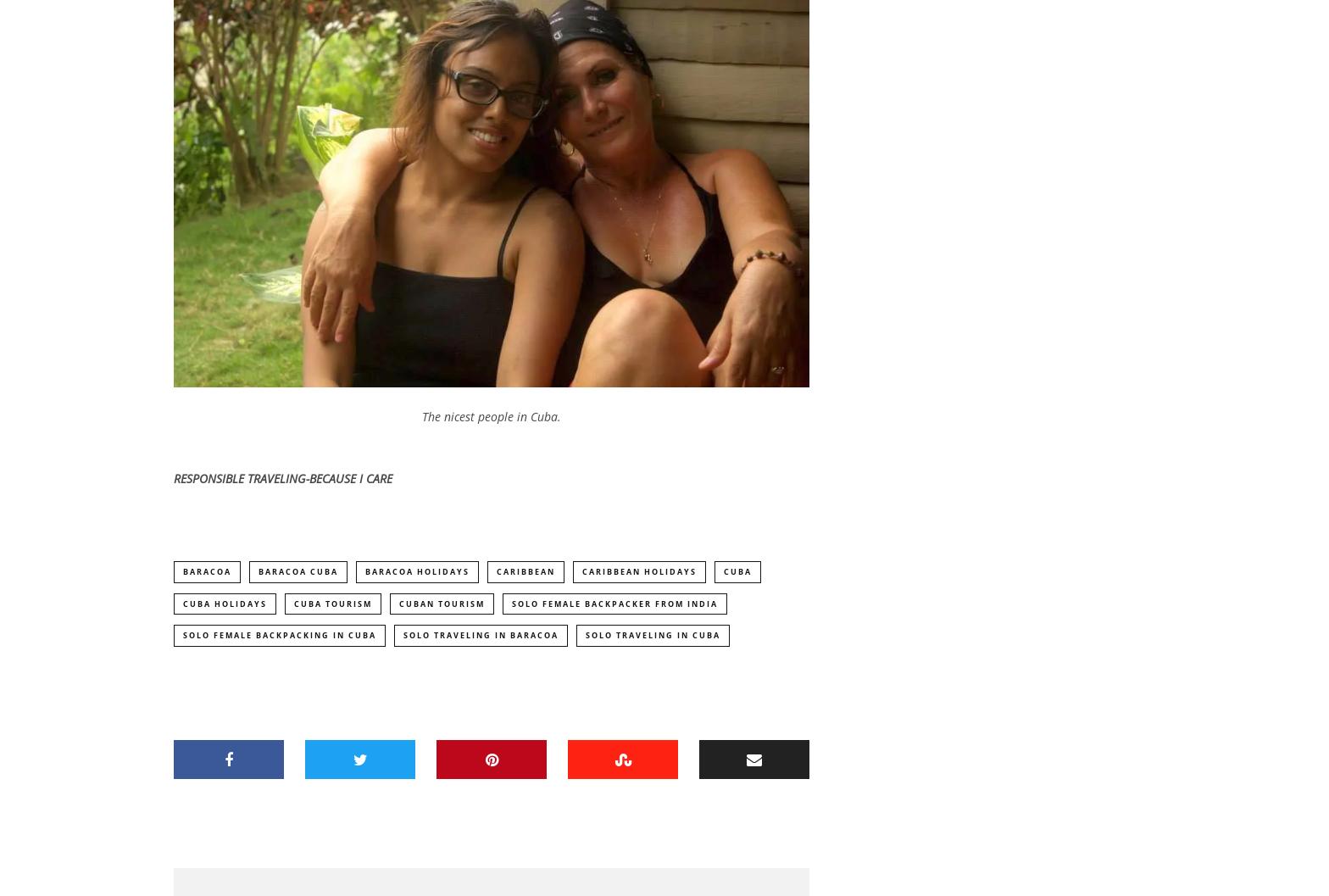  Describe the element at coordinates (173, 479) in the screenshot. I see `'RESPONSIBLE TRAVELING-BECAUSE I CARE'` at that location.